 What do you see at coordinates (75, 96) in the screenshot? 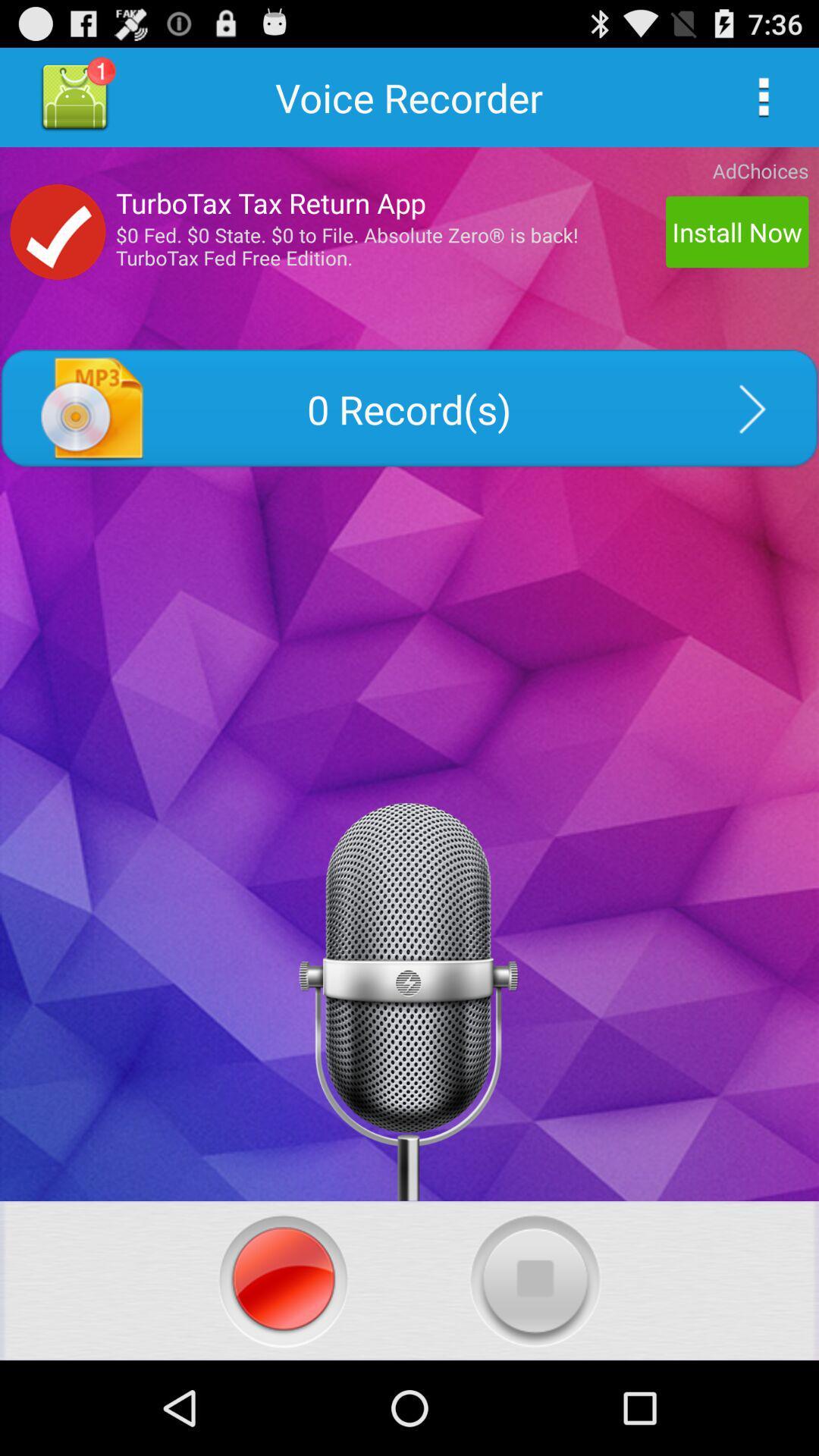
I see `profile button` at bounding box center [75, 96].